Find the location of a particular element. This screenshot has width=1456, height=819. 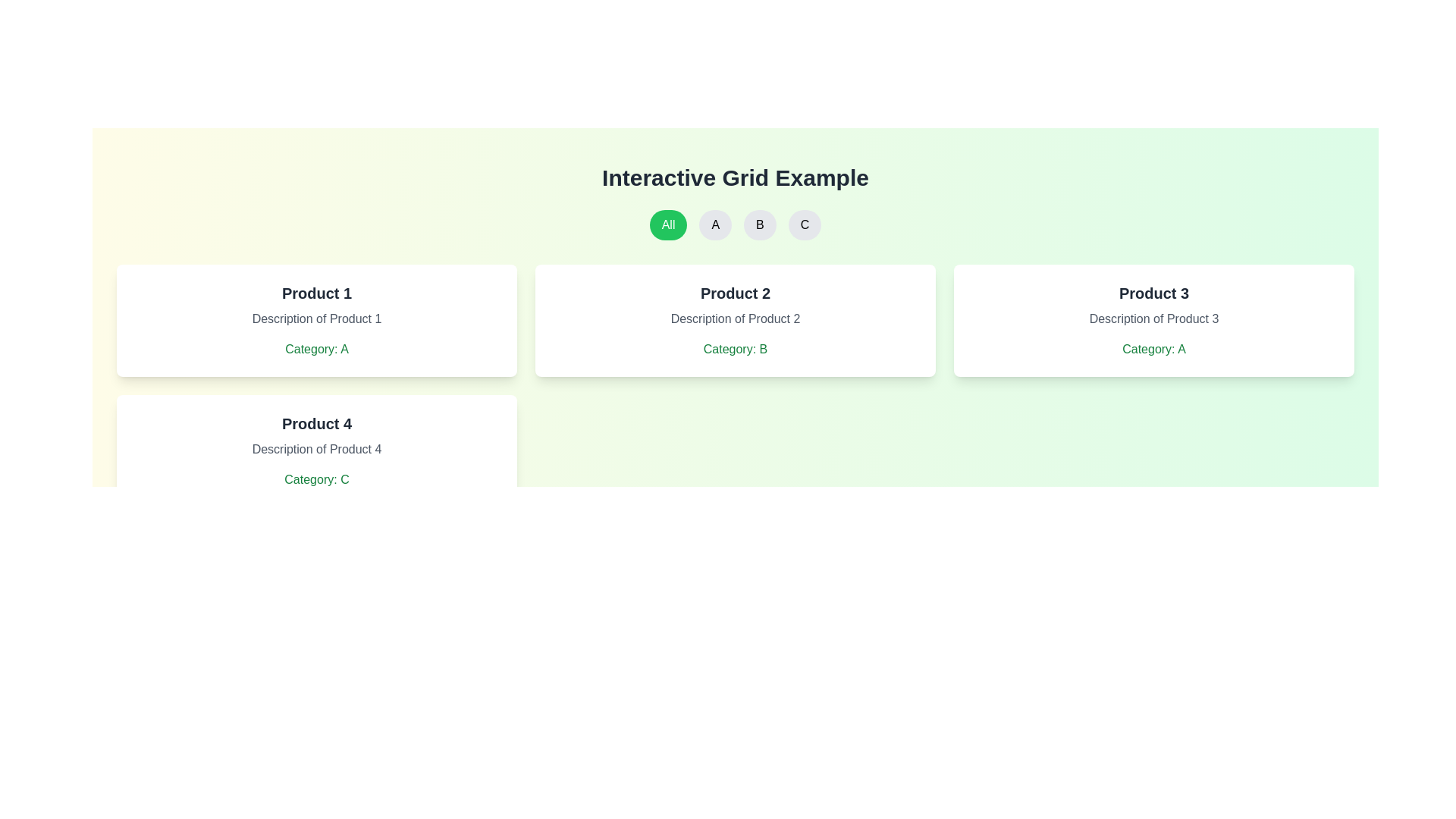

the informative Text label that indicates the category of the associated product, located below 'Description of Product 2' in the 'Product 2' card is located at coordinates (735, 350).